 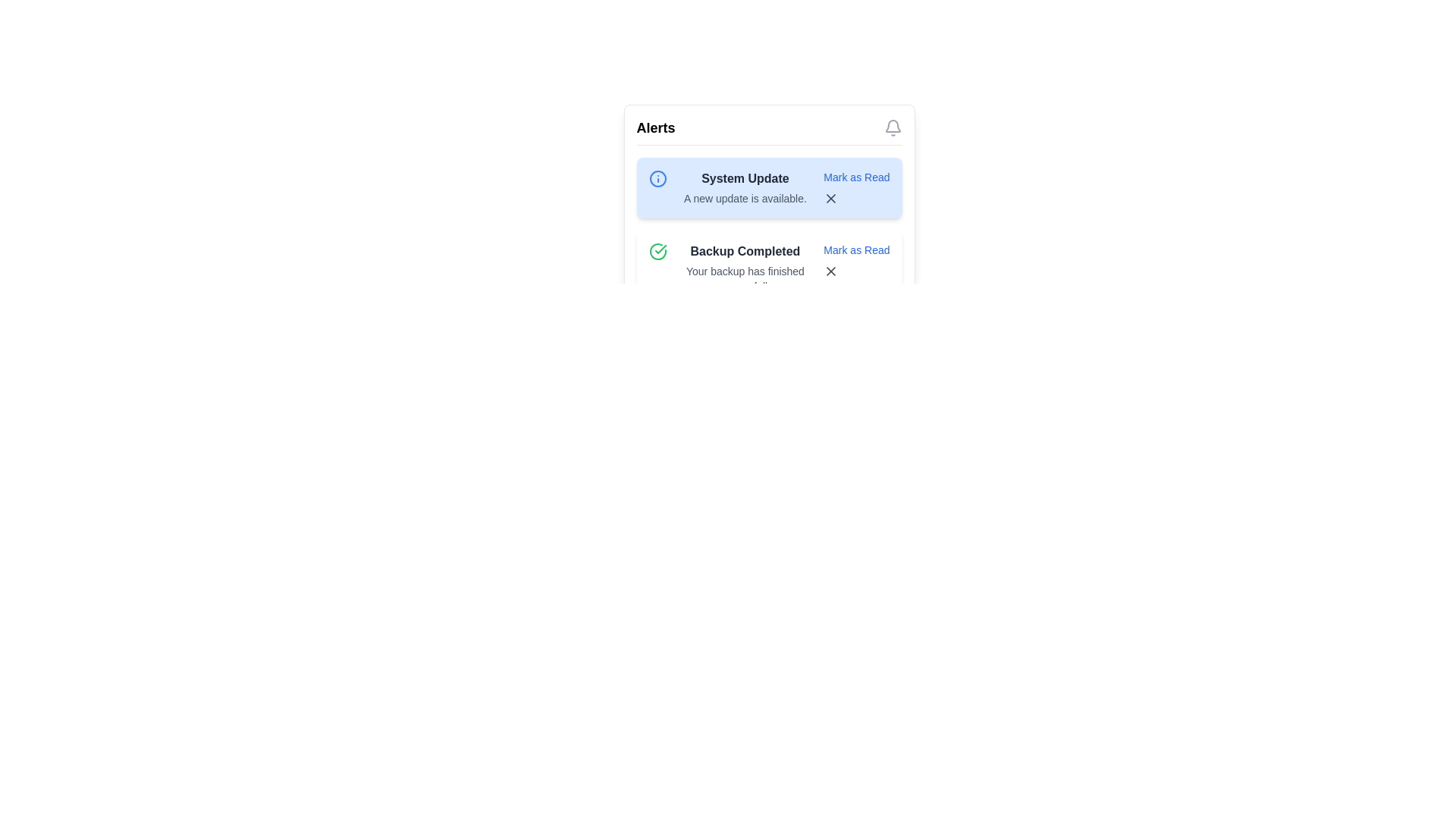 I want to click on the text label displaying 'Your backup has finished successfully.' which is located beneath the 'Backup Completed' heading in the notification block, so click(x=745, y=278).